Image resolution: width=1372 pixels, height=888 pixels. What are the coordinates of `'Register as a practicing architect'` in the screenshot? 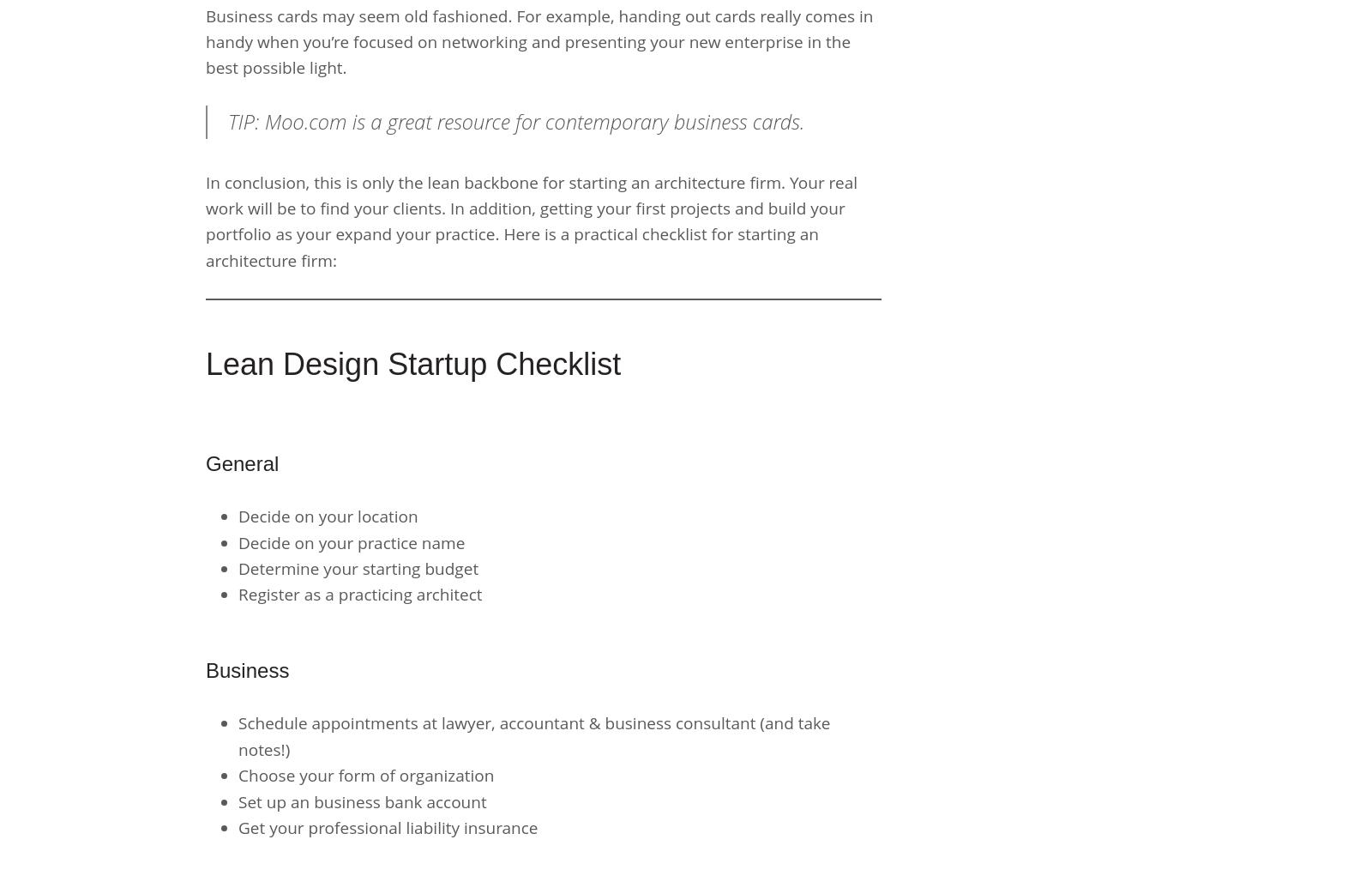 It's located at (359, 594).